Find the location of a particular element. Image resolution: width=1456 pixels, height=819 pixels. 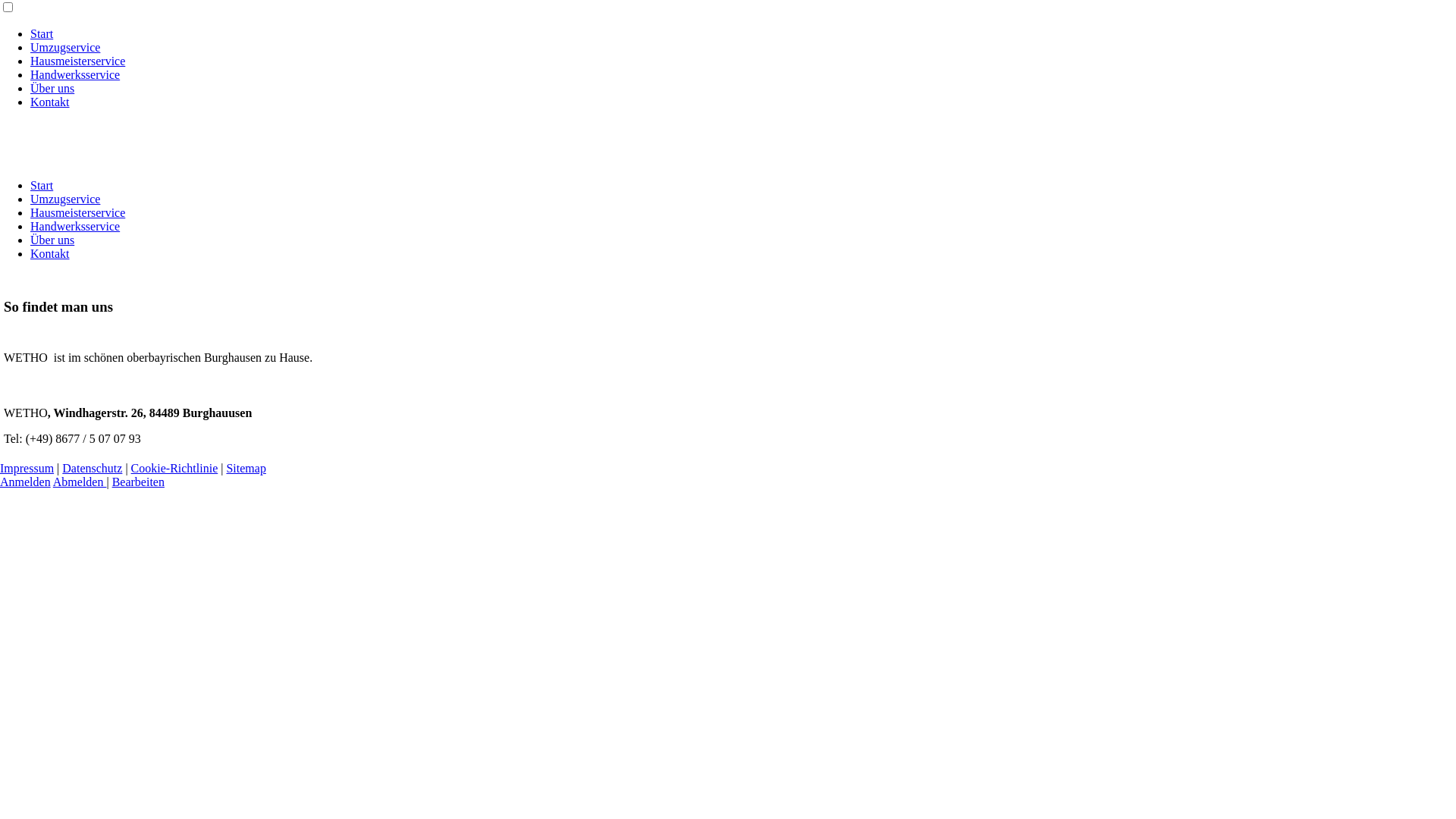

'Bearbeiten' is located at coordinates (138, 482).